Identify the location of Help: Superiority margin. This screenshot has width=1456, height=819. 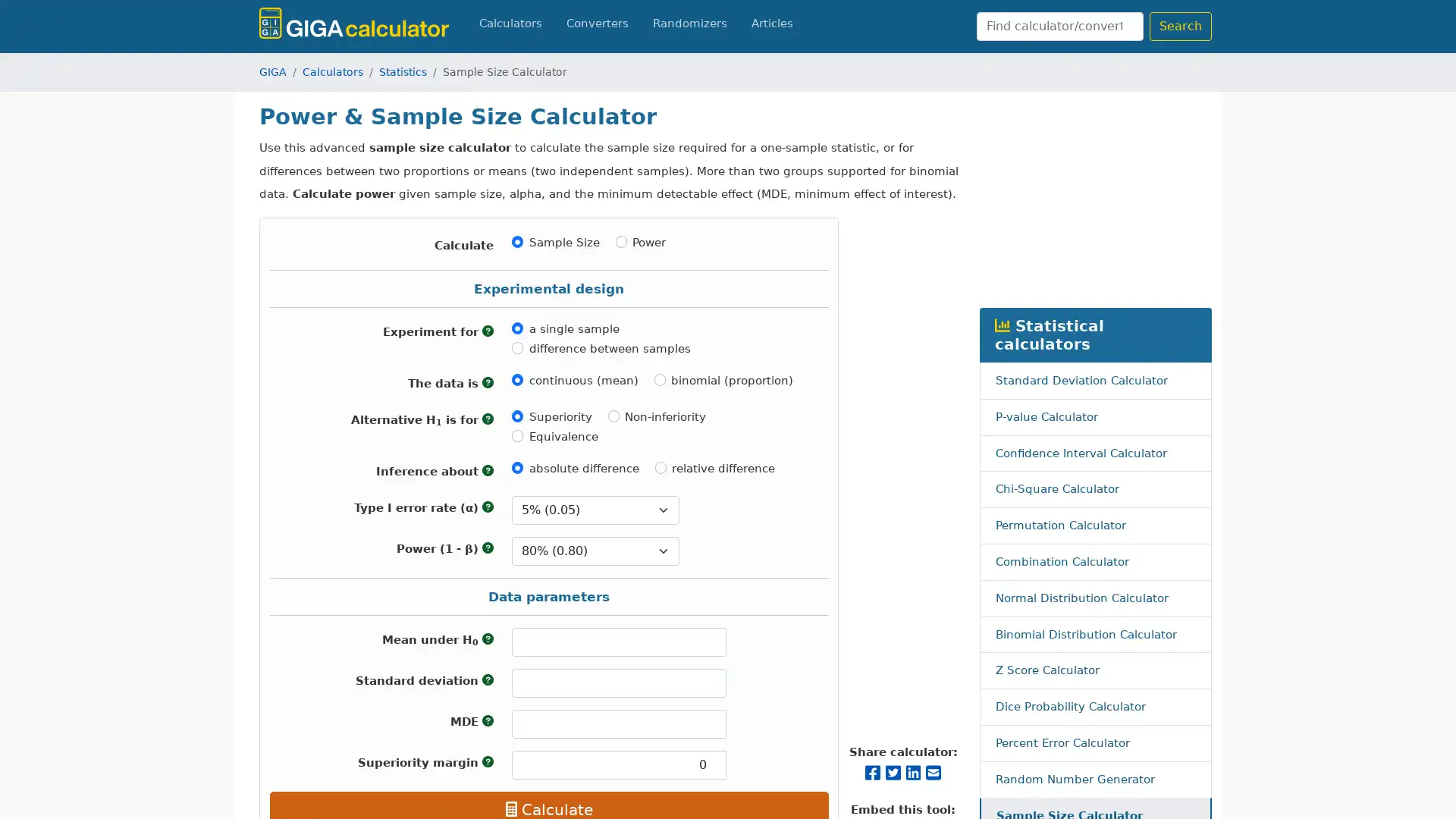
(487, 762).